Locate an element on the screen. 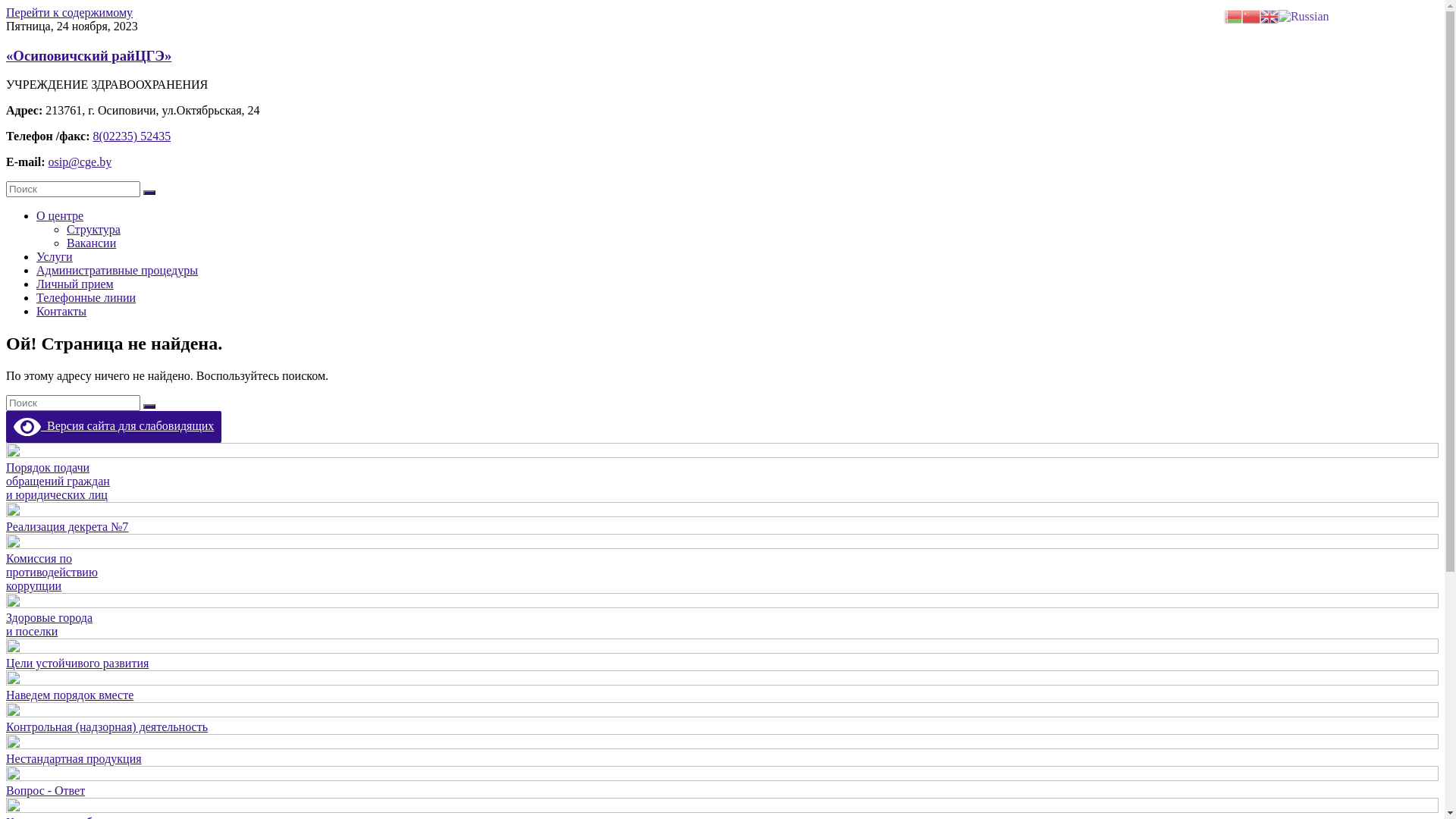  'Belarusian' is located at coordinates (1233, 15).